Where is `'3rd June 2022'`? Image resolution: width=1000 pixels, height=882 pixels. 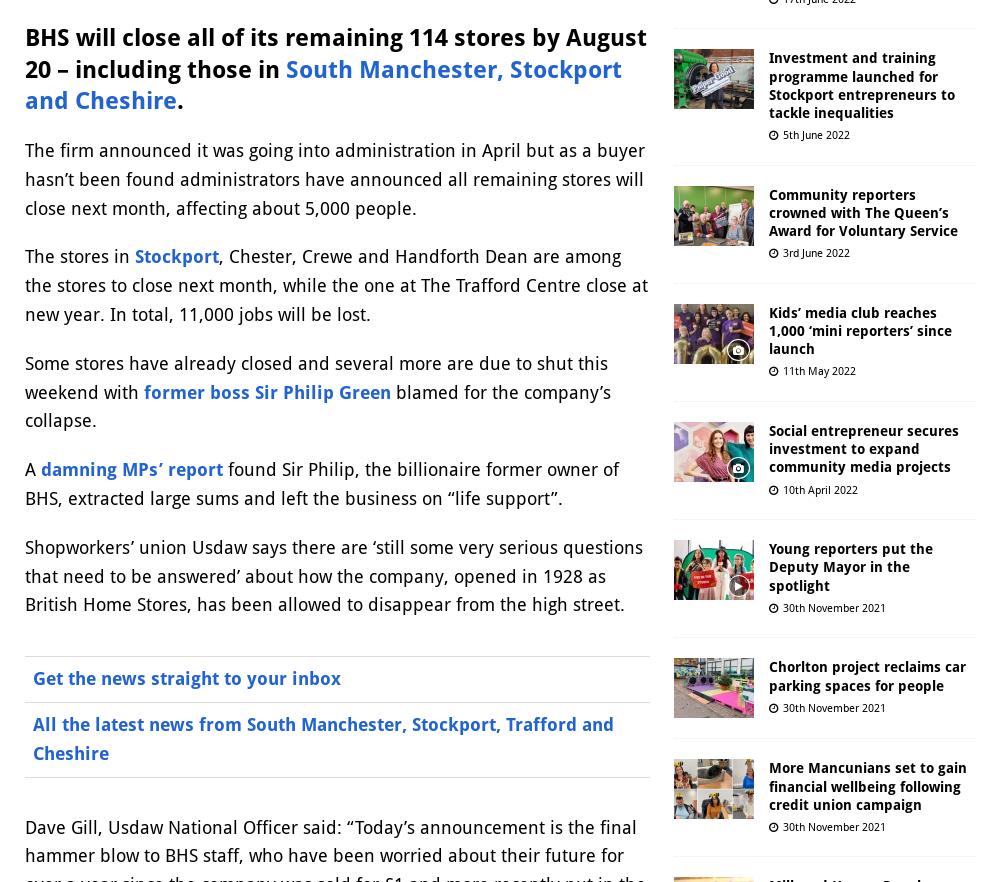 '3rd June 2022' is located at coordinates (783, 253).